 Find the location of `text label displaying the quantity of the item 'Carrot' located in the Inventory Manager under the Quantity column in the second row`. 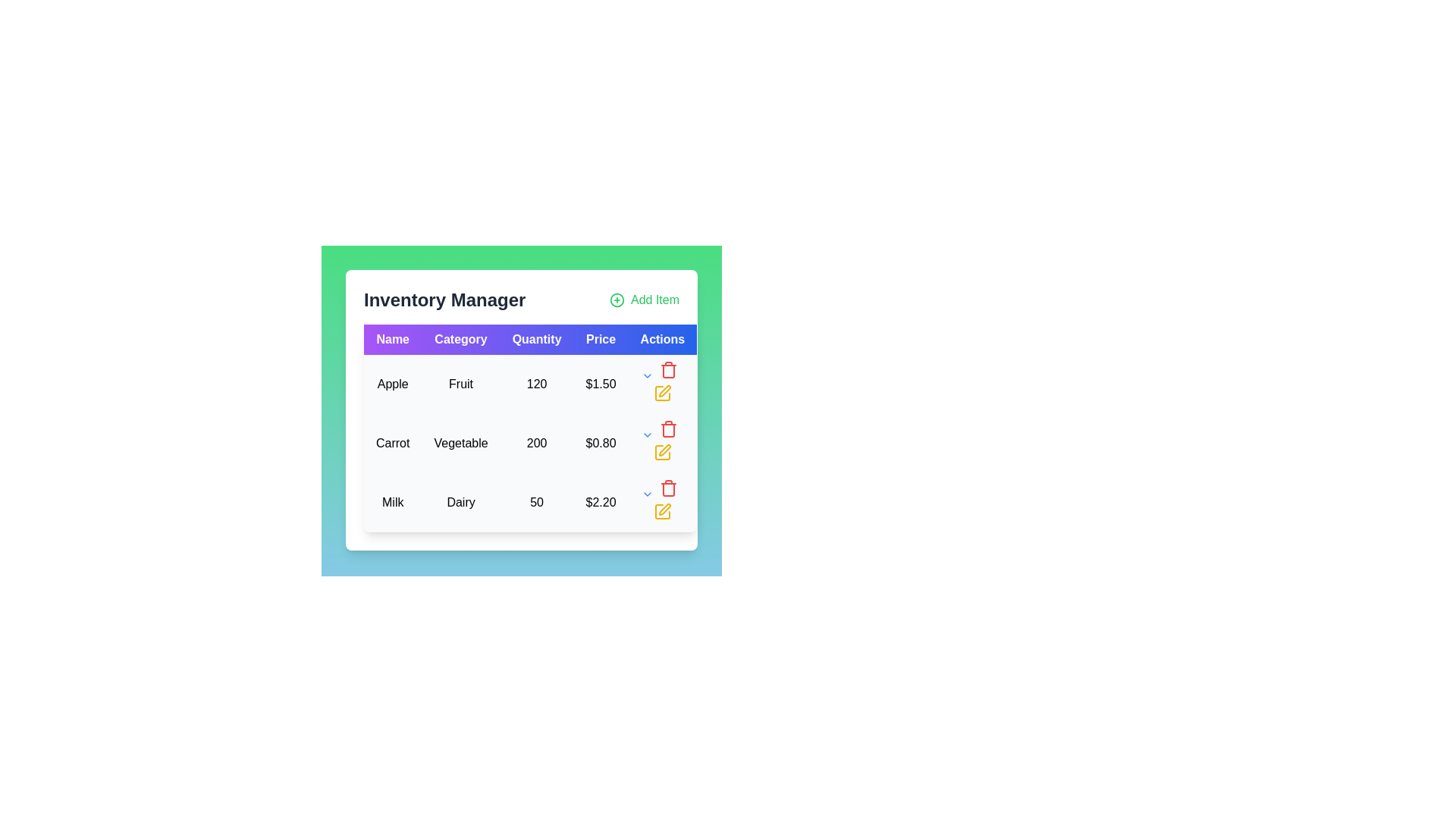

text label displaying the quantity of the item 'Carrot' located in the Inventory Manager under the Quantity column in the second row is located at coordinates (537, 444).